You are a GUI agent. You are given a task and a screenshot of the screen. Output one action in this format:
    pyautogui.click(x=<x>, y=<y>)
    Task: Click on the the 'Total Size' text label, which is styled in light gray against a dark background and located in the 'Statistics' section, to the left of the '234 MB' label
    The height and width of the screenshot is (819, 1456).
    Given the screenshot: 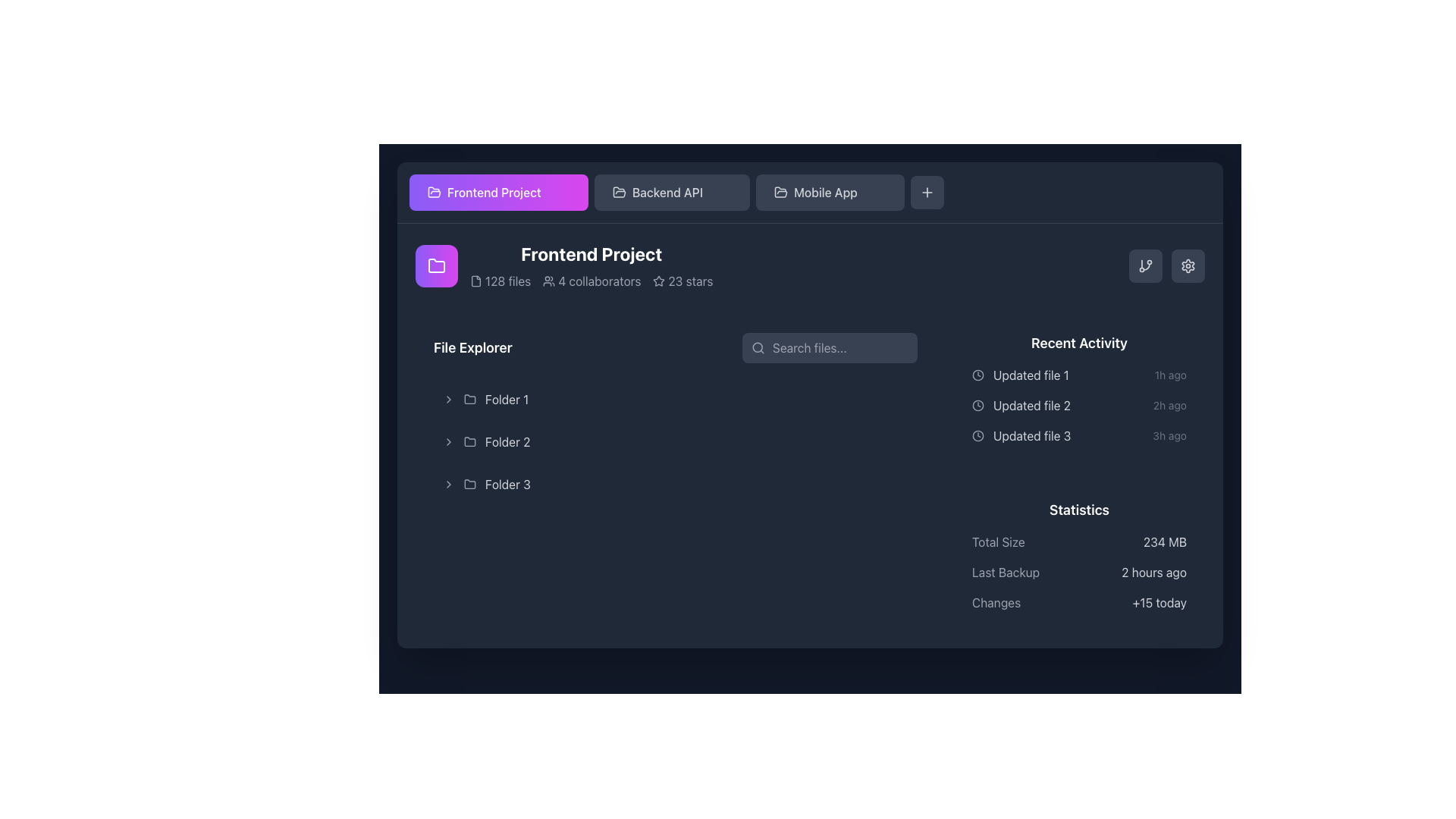 What is the action you would take?
    pyautogui.click(x=998, y=541)
    